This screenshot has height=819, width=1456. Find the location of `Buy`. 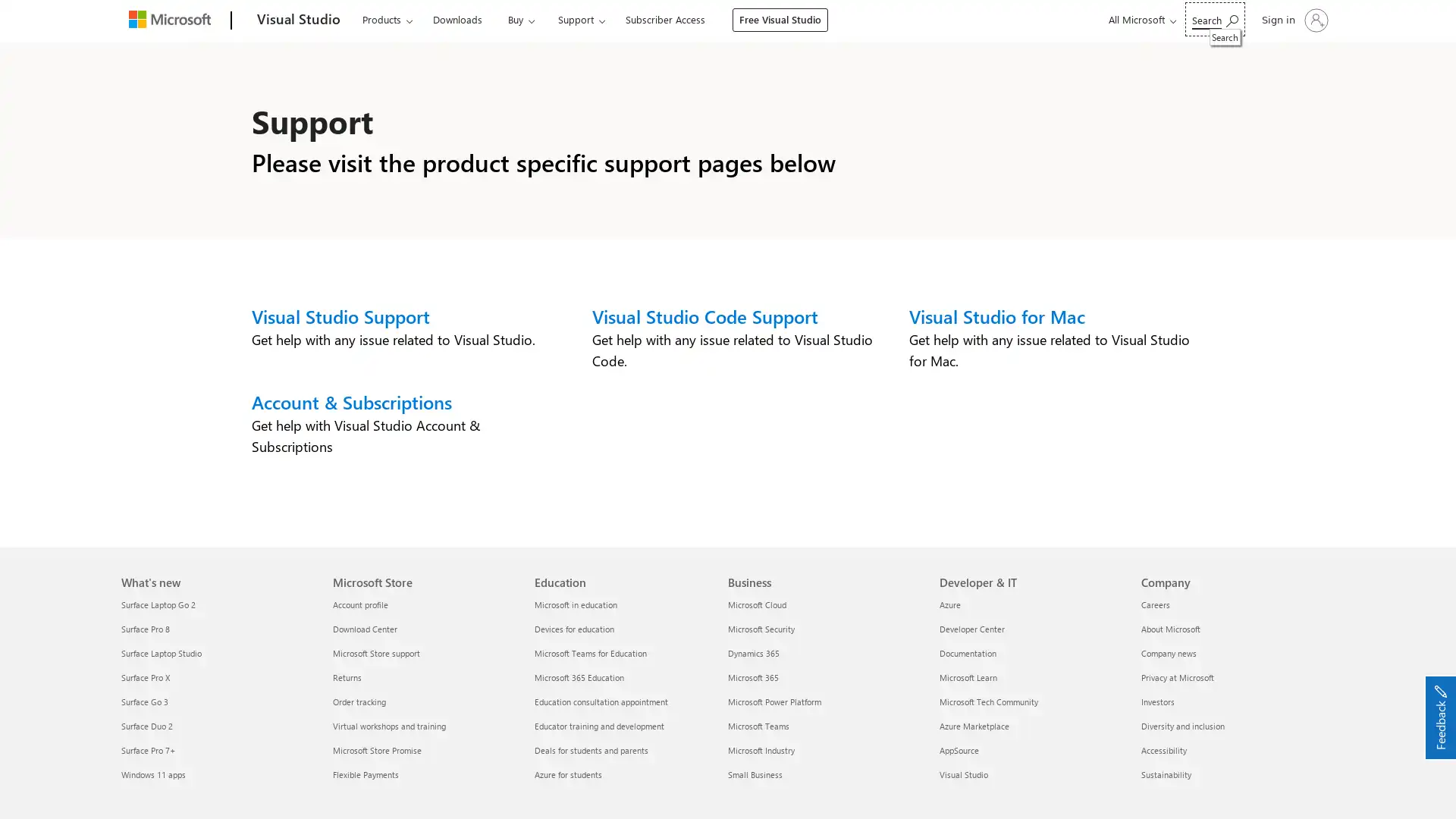

Buy is located at coordinates (514, 20).